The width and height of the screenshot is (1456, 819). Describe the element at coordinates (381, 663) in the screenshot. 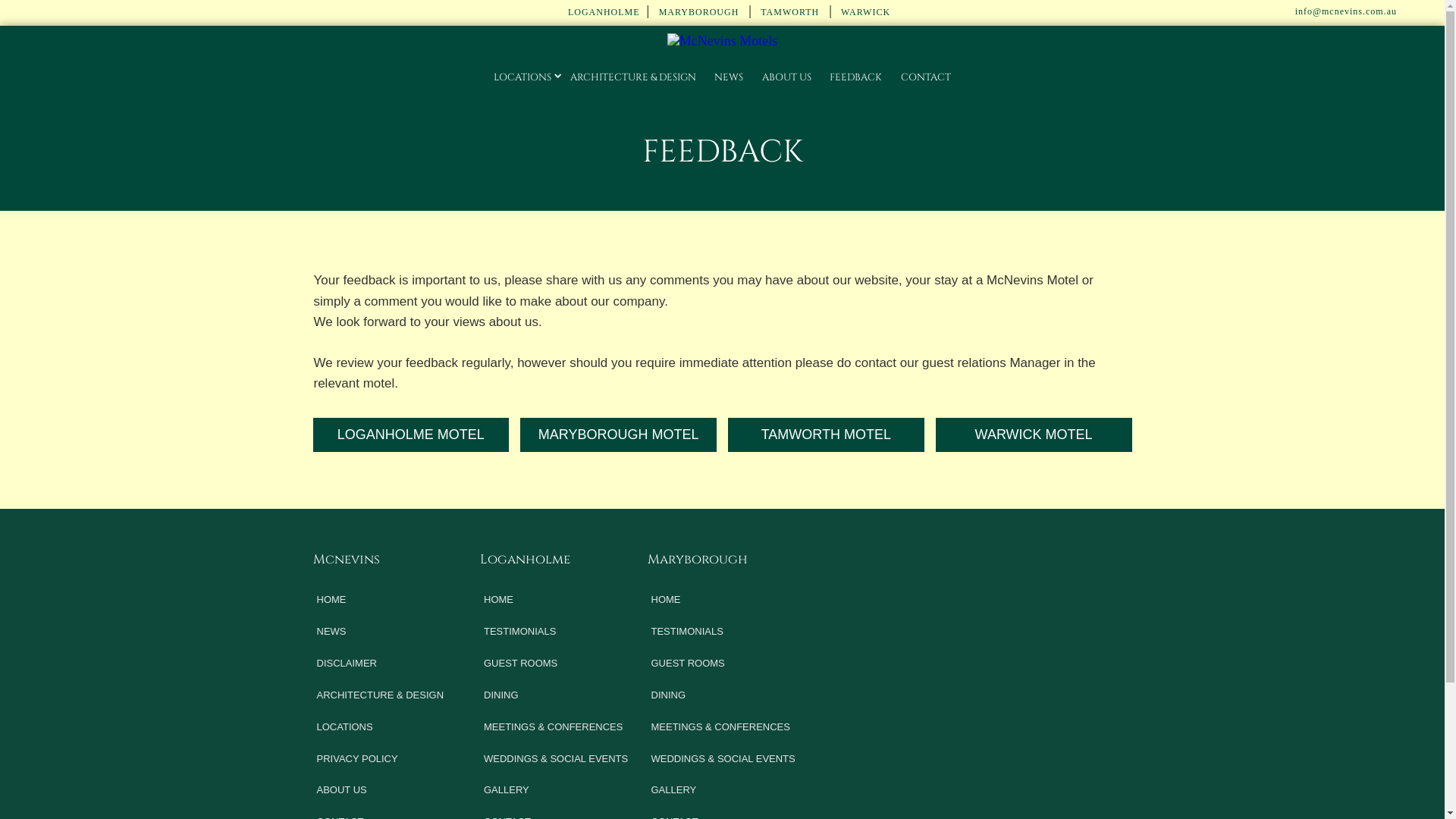

I see `'DISCLAIMER'` at that location.